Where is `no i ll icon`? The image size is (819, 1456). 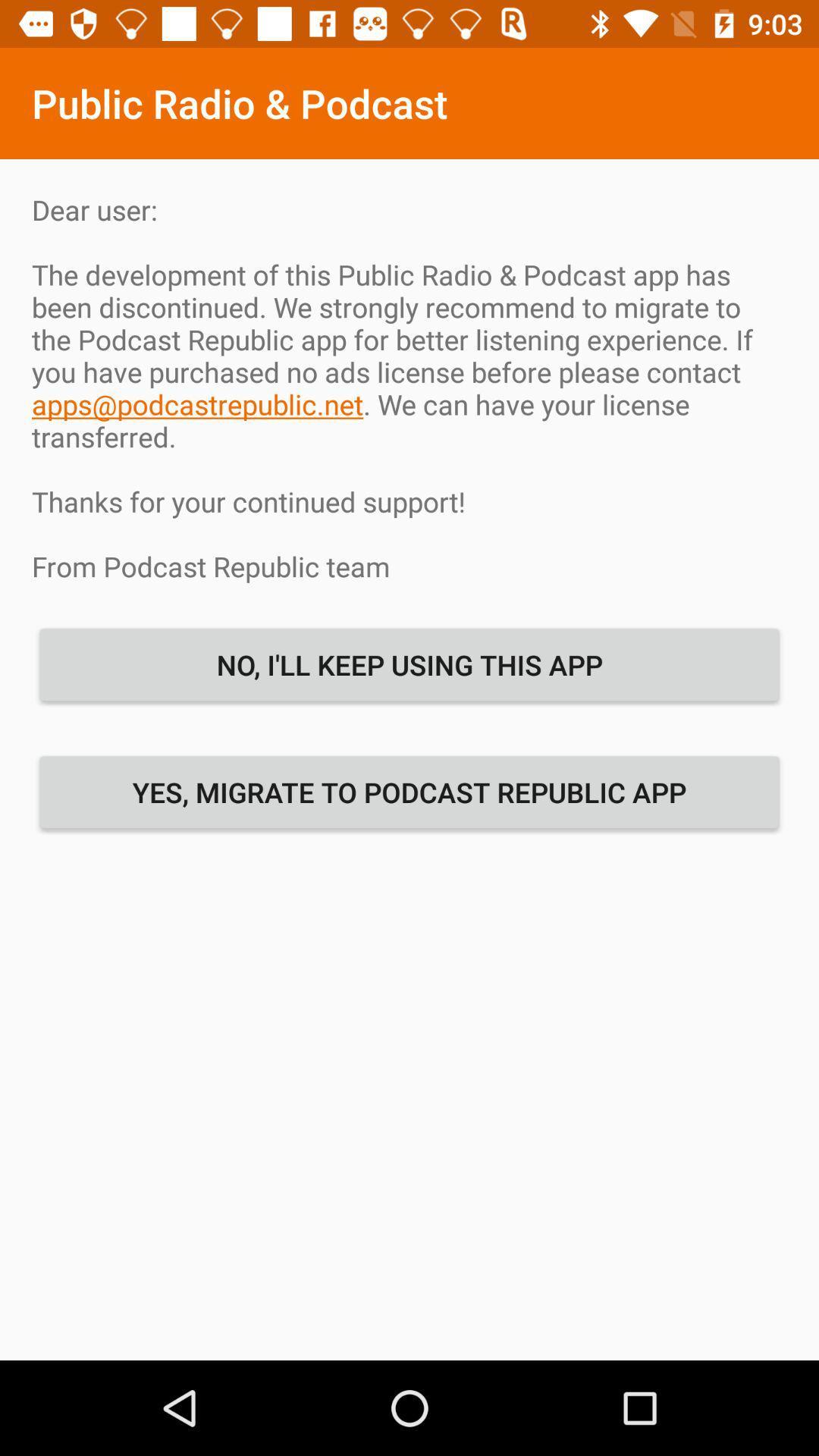
no i ll icon is located at coordinates (409, 664).